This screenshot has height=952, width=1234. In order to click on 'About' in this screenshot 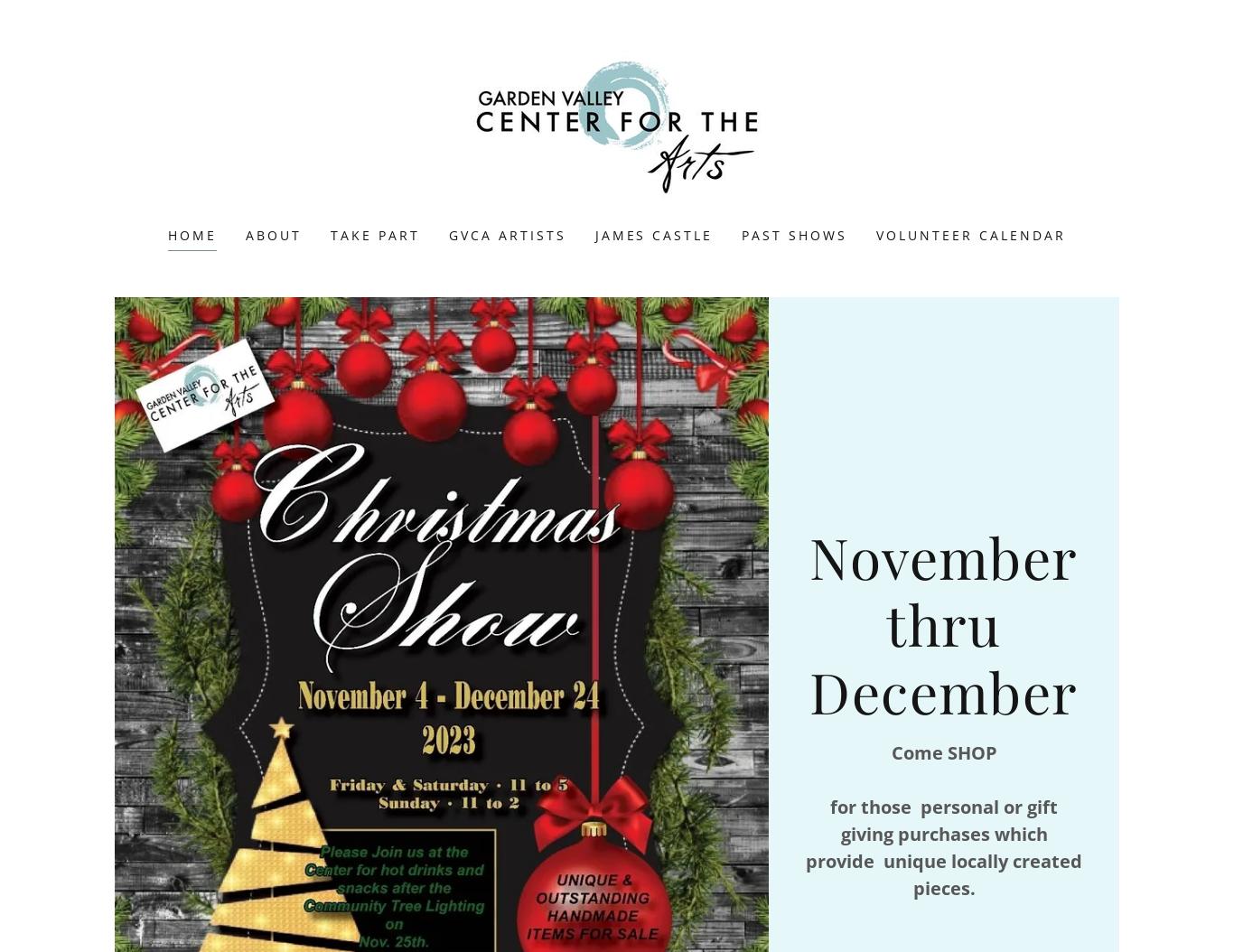, I will do `click(273, 235)`.